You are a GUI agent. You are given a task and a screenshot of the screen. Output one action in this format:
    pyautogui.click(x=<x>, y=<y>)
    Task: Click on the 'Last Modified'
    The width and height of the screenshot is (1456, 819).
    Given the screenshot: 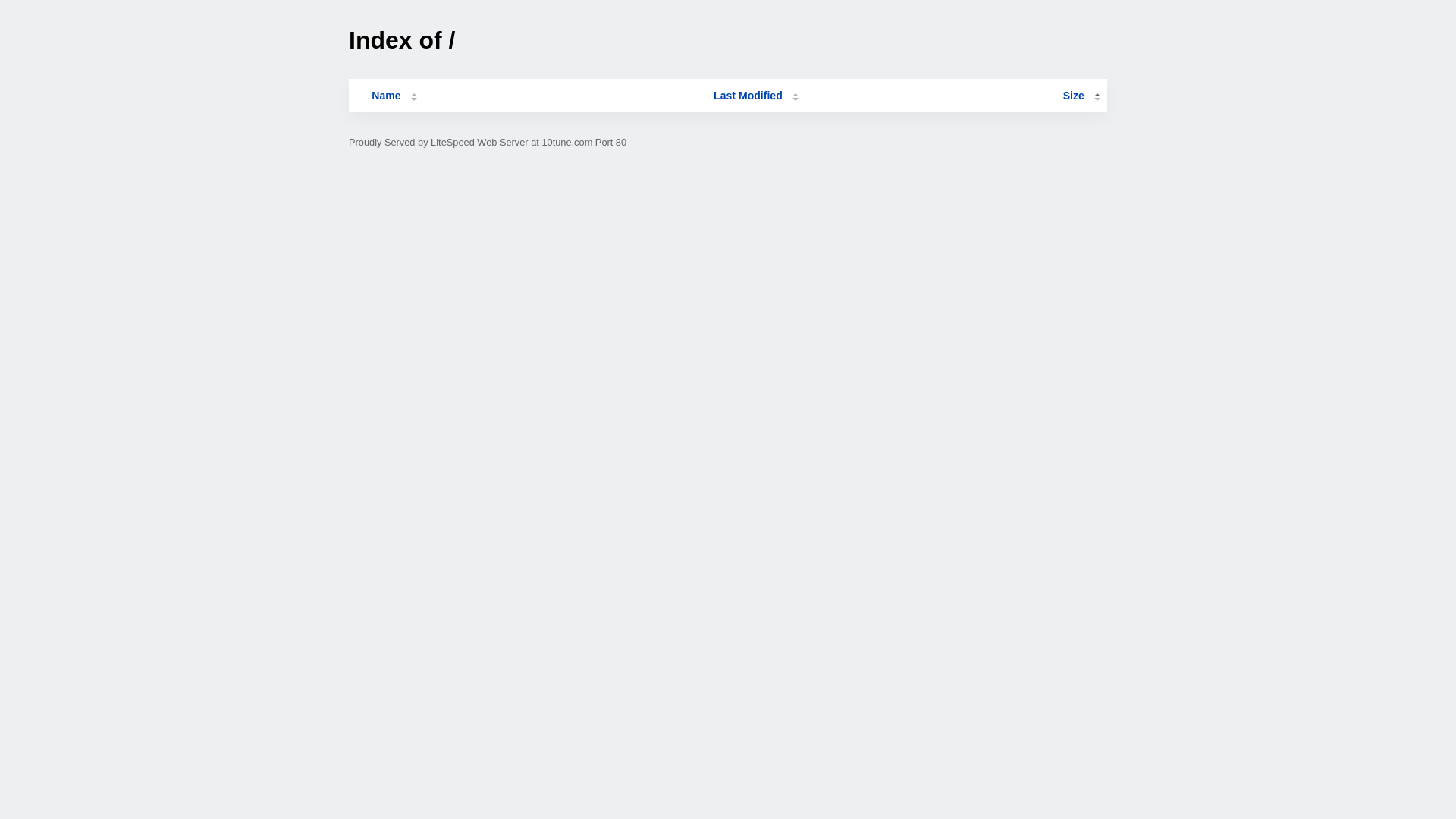 What is the action you would take?
    pyautogui.click(x=756, y=96)
    